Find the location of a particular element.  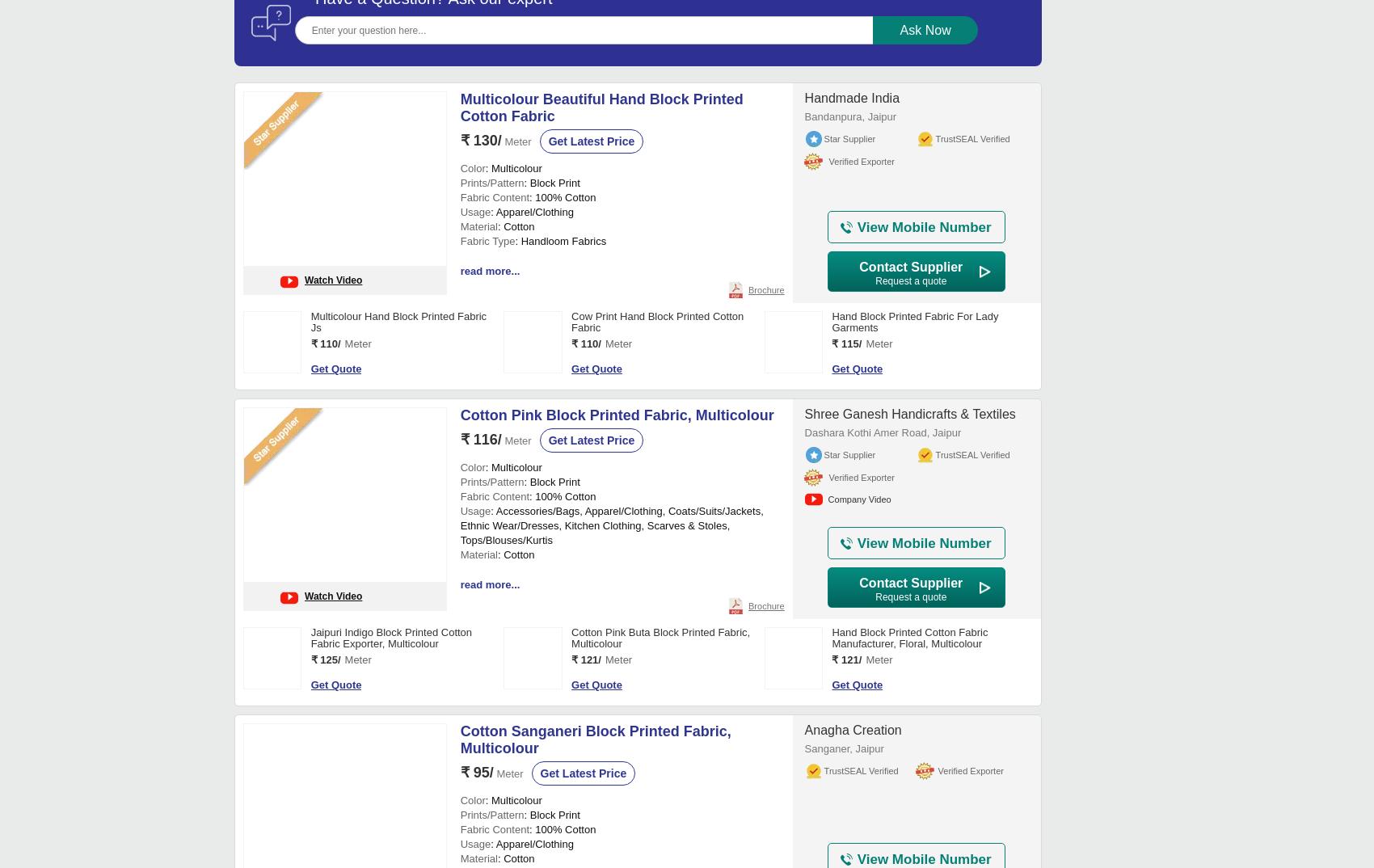

'Fabric Type' is located at coordinates (486, 735).